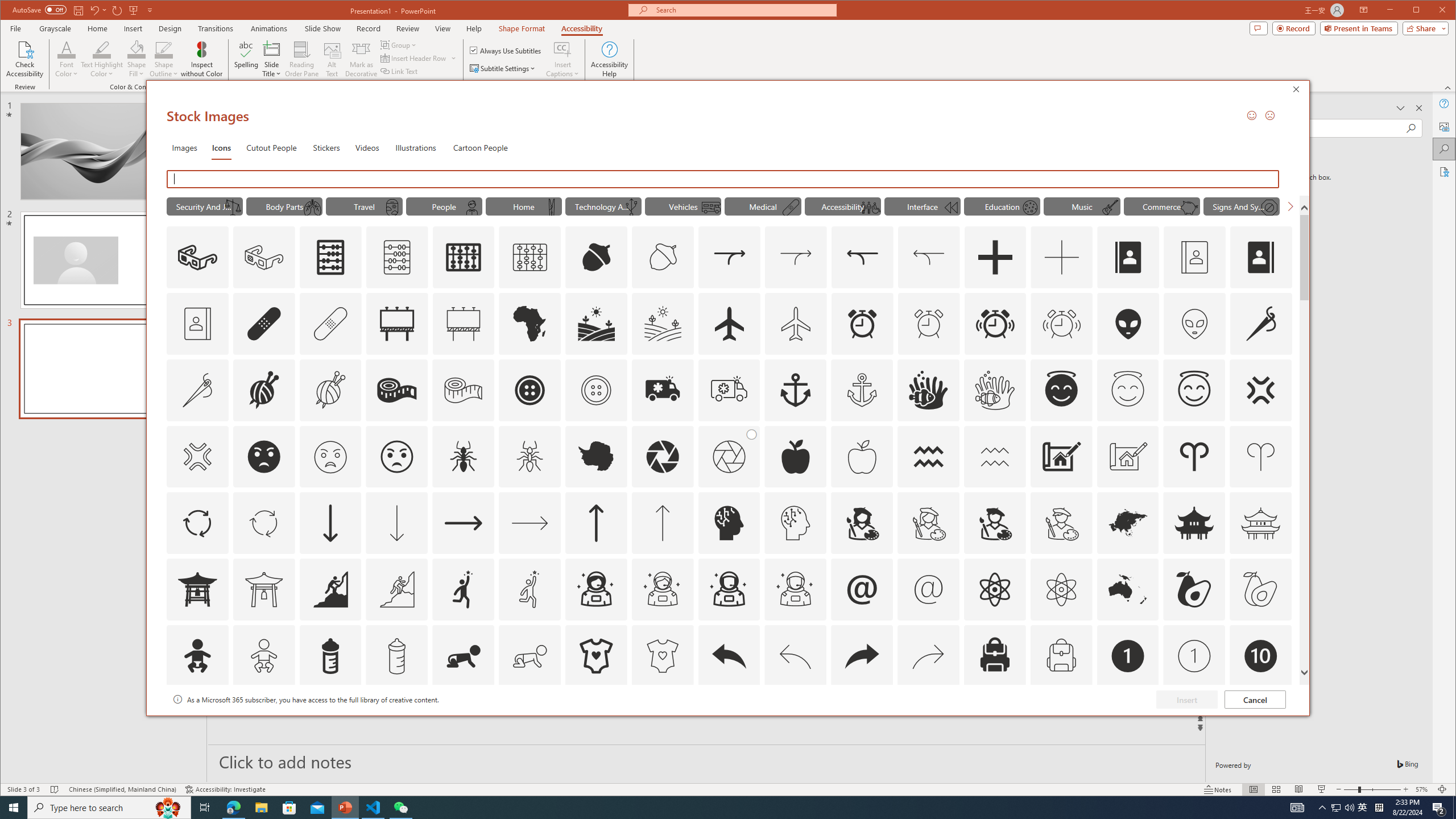  Describe the element at coordinates (1128, 523) in the screenshot. I see `'AutomationID: Icons_Asia'` at that location.